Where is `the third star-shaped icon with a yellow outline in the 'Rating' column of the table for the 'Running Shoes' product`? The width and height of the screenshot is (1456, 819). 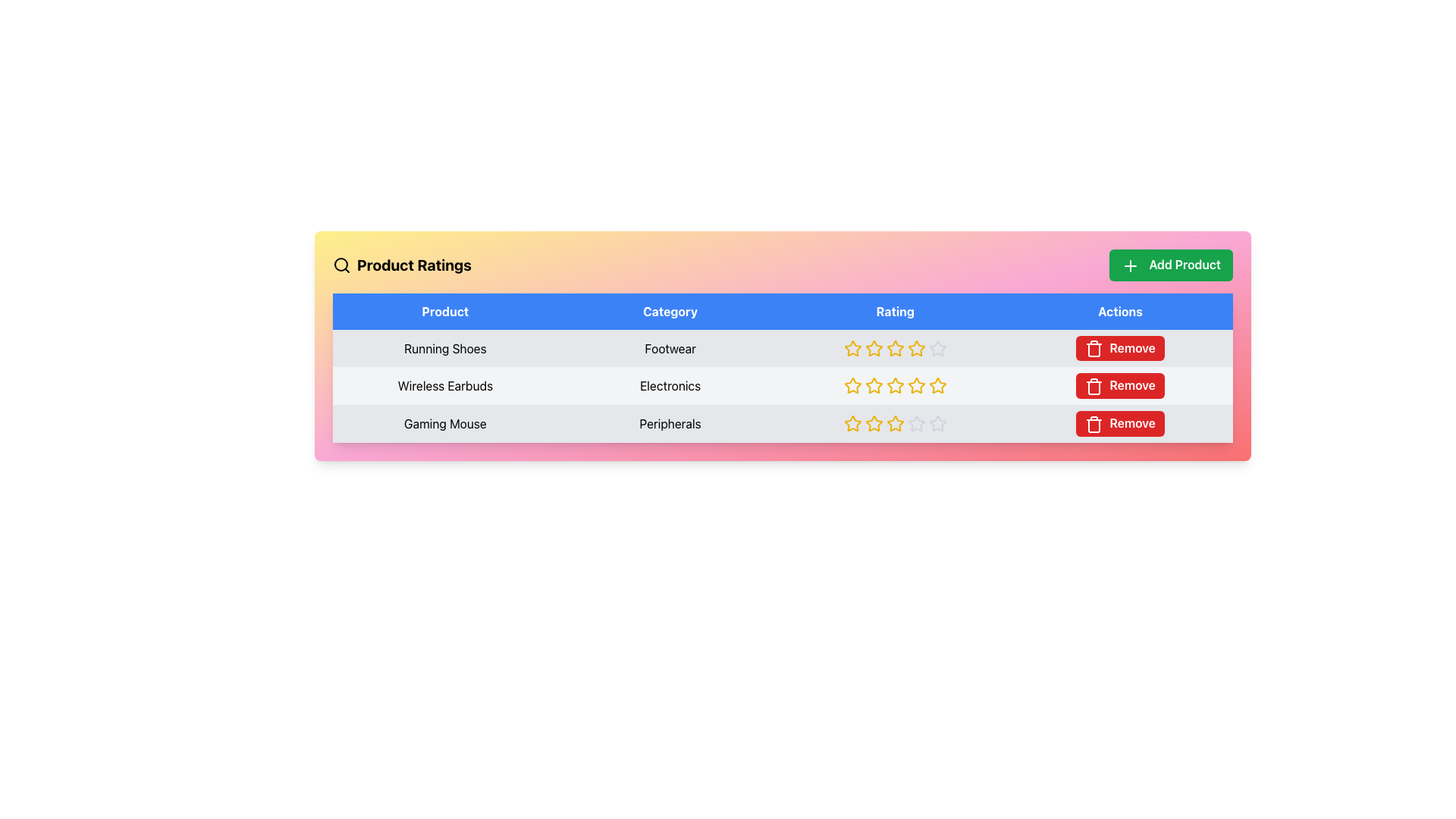
the third star-shaped icon with a yellow outline in the 'Rating' column of the table for the 'Running Shoes' product is located at coordinates (915, 348).